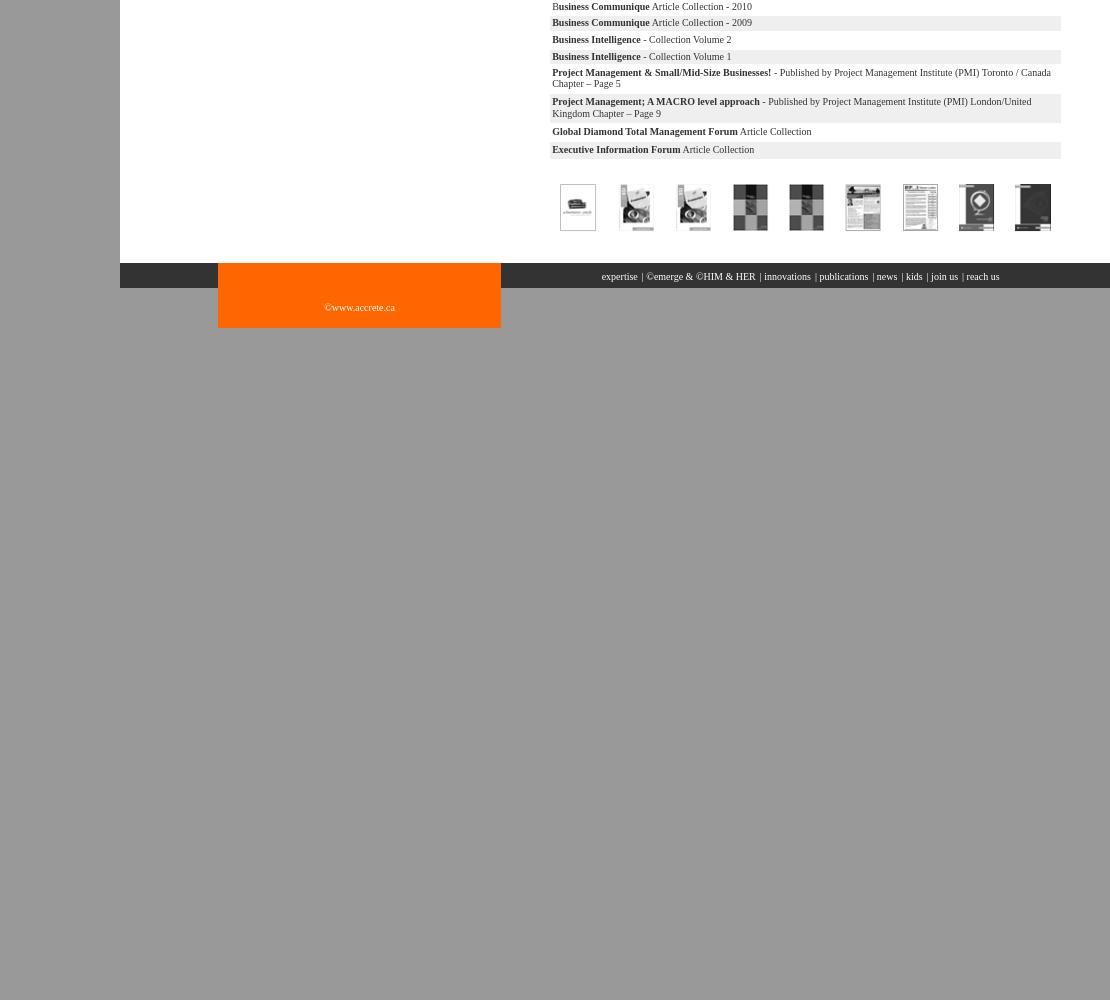 This screenshot has height=1000, width=1110. I want to click on 'Article
Collection - 2010', so click(699, 5).